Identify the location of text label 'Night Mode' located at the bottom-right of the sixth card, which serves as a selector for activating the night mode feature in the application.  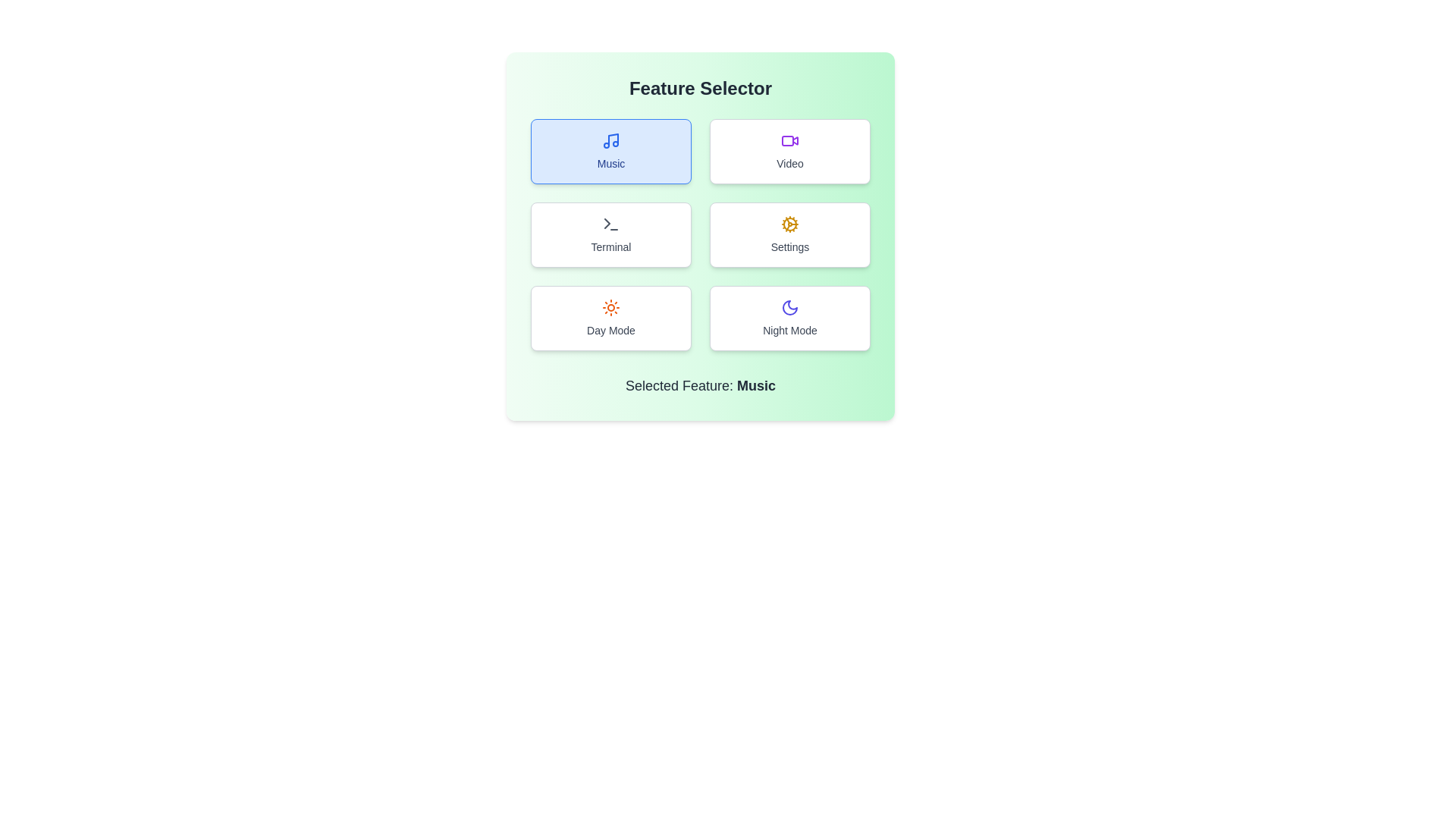
(789, 329).